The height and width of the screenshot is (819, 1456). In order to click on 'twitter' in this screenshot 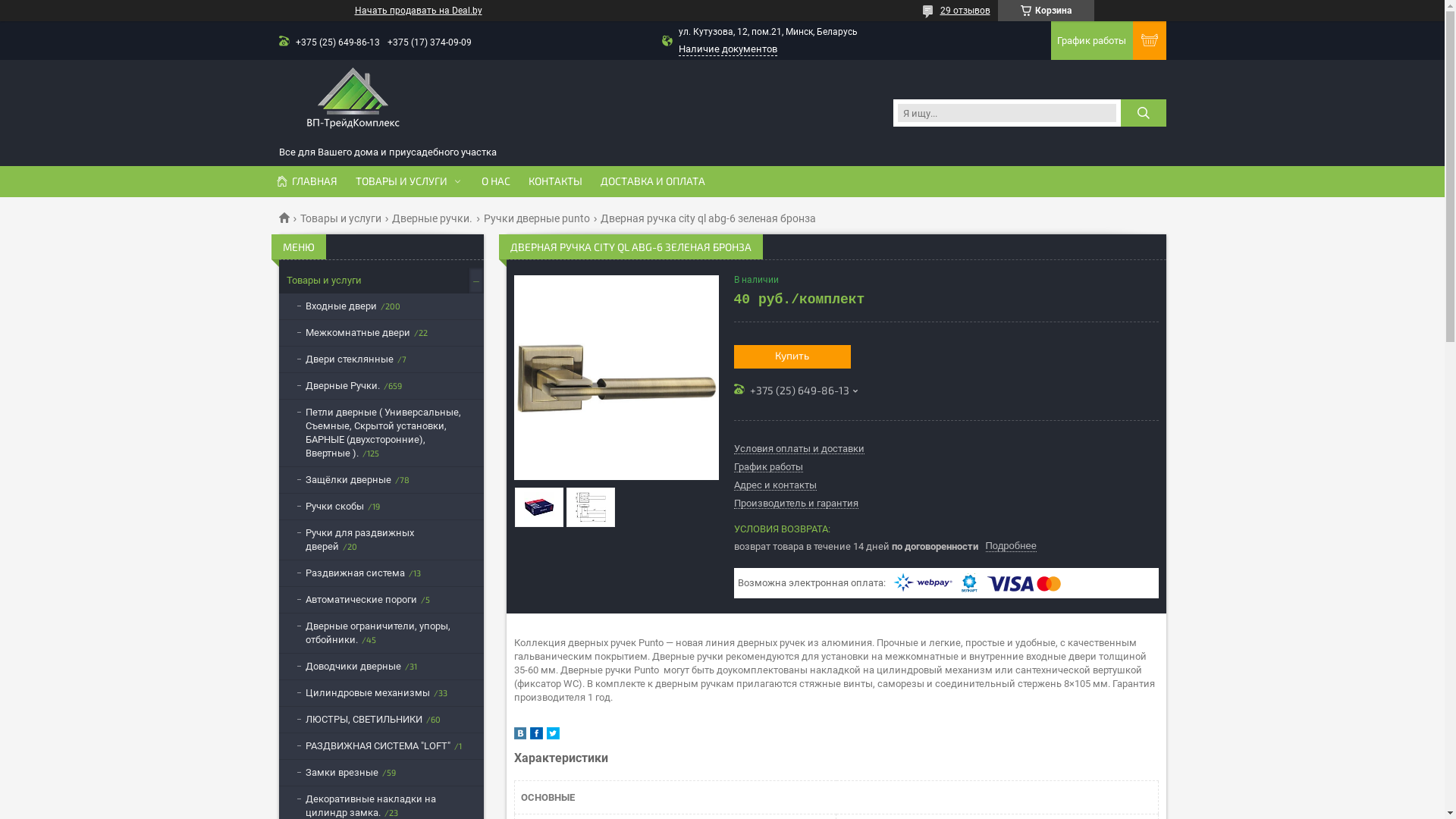, I will do `click(551, 735)`.